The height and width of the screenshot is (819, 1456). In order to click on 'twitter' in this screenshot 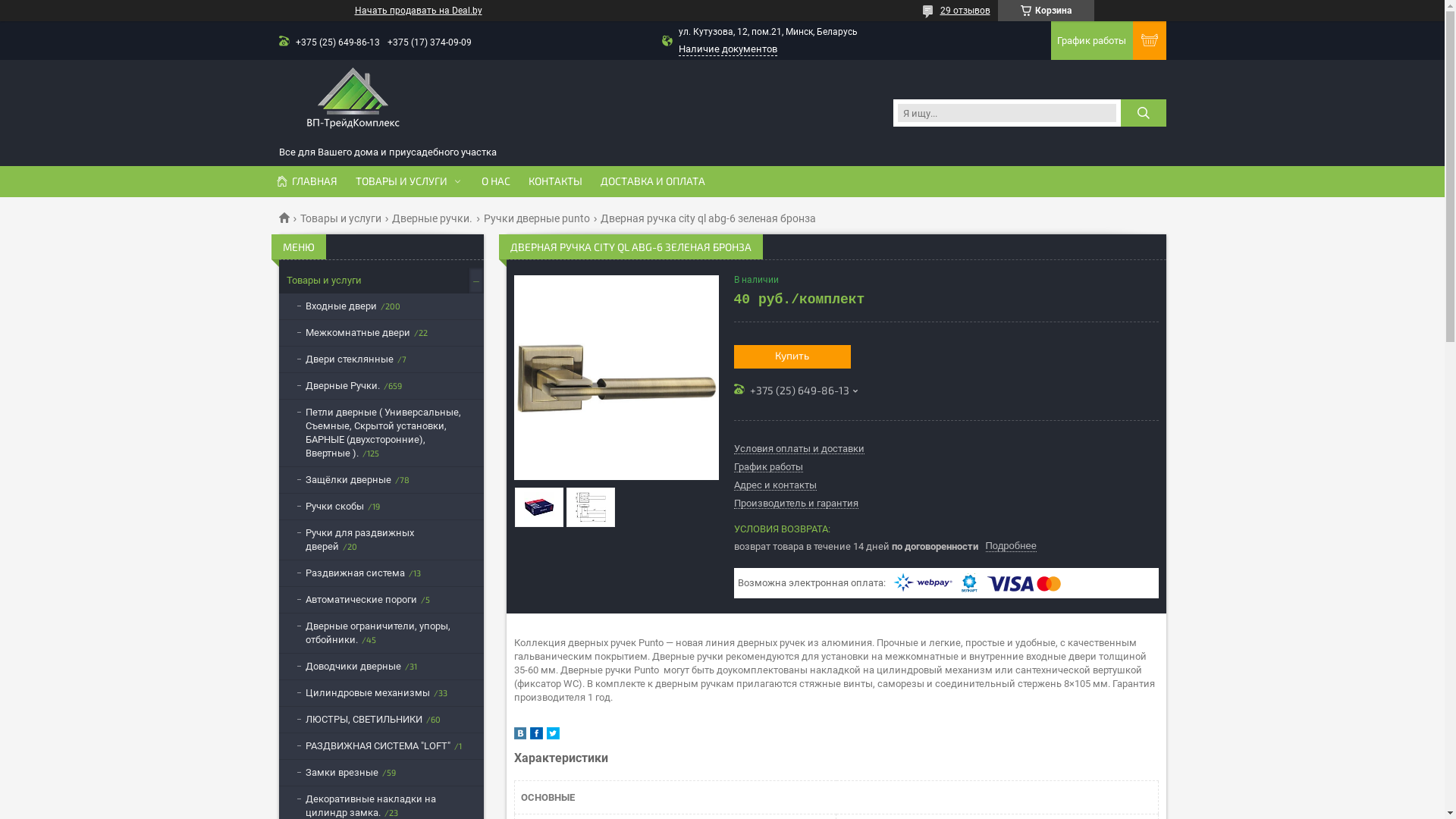, I will do `click(551, 735)`.